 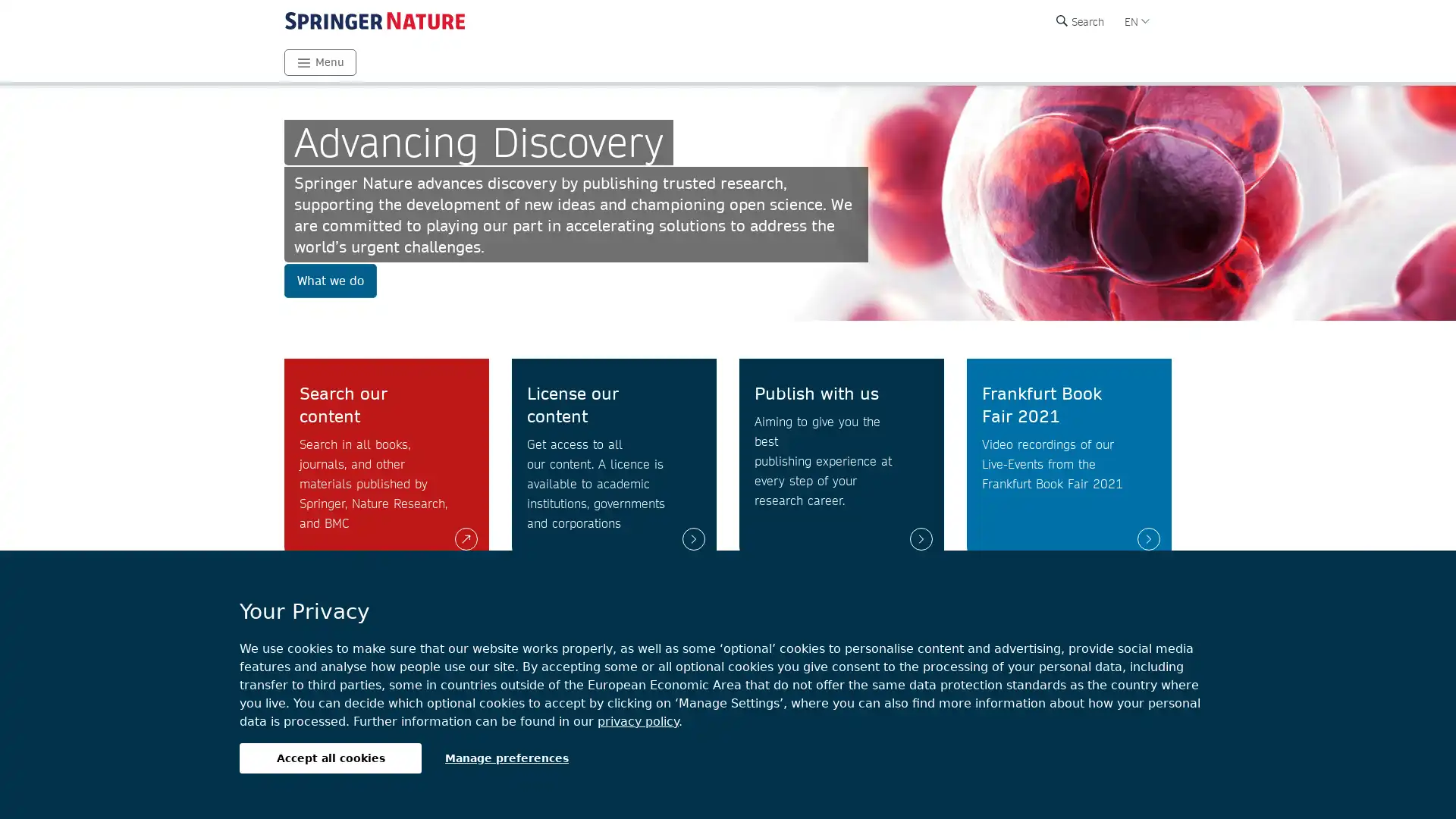 What do you see at coordinates (330, 758) in the screenshot?
I see `Accept all cookies` at bounding box center [330, 758].